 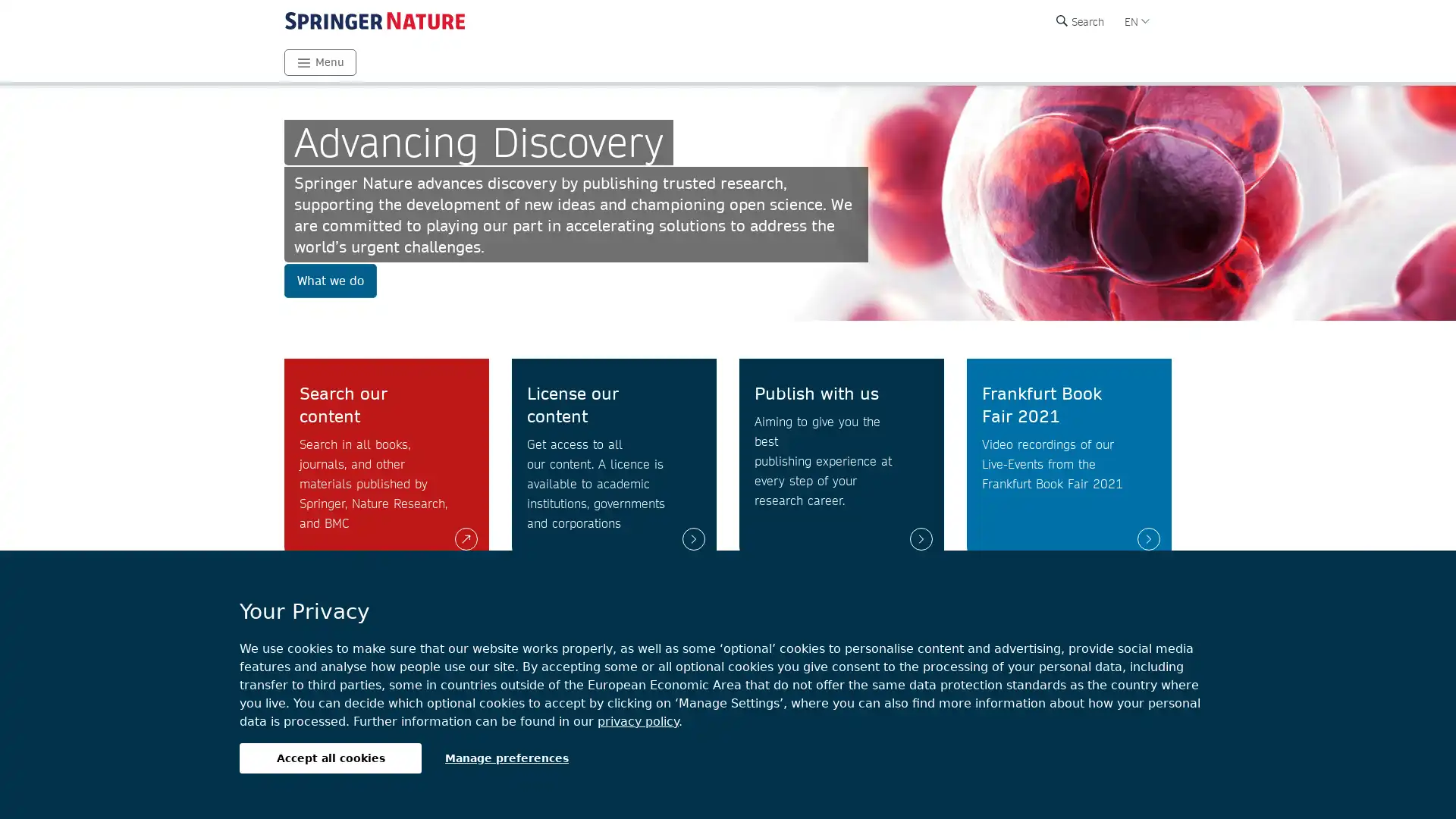 What do you see at coordinates (330, 758) in the screenshot?
I see `Accept all cookies` at bounding box center [330, 758].